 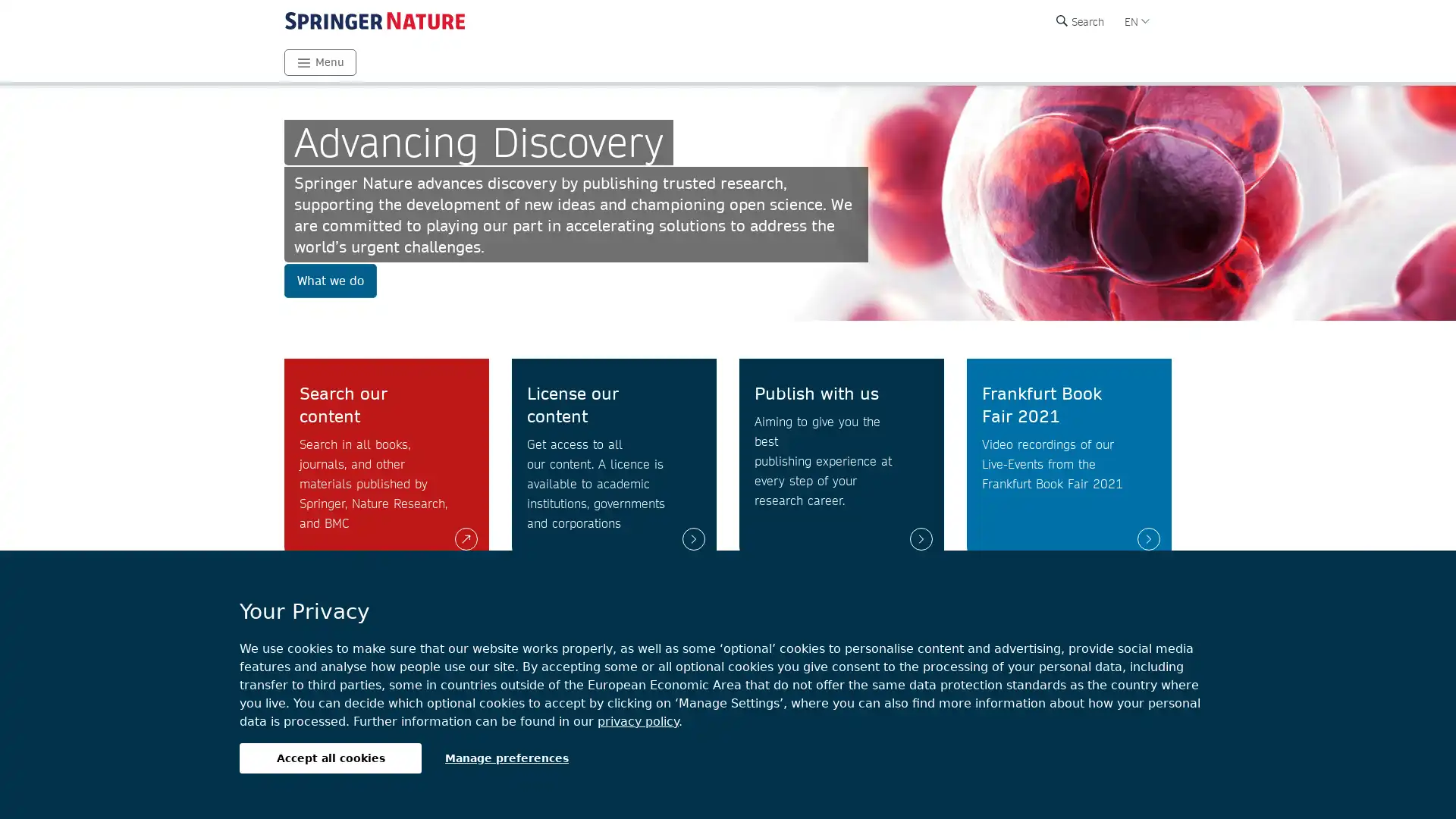 What do you see at coordinates (330, 758) in the screenshot?
I see `Accept all cookies` at bounding box center [330, 758].